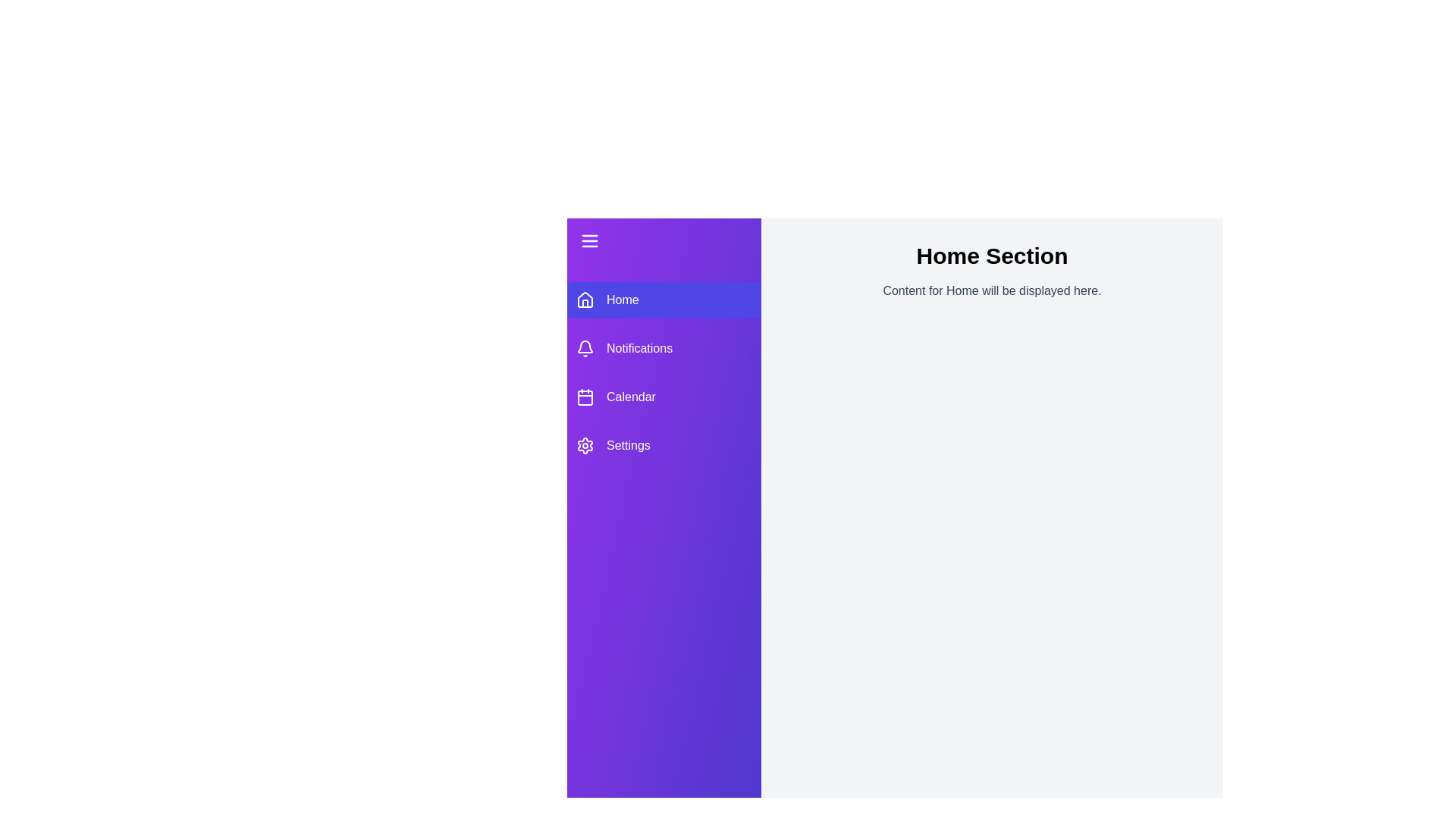  I want to click on the menu item Settings in the sidebar, so click(664, 444).